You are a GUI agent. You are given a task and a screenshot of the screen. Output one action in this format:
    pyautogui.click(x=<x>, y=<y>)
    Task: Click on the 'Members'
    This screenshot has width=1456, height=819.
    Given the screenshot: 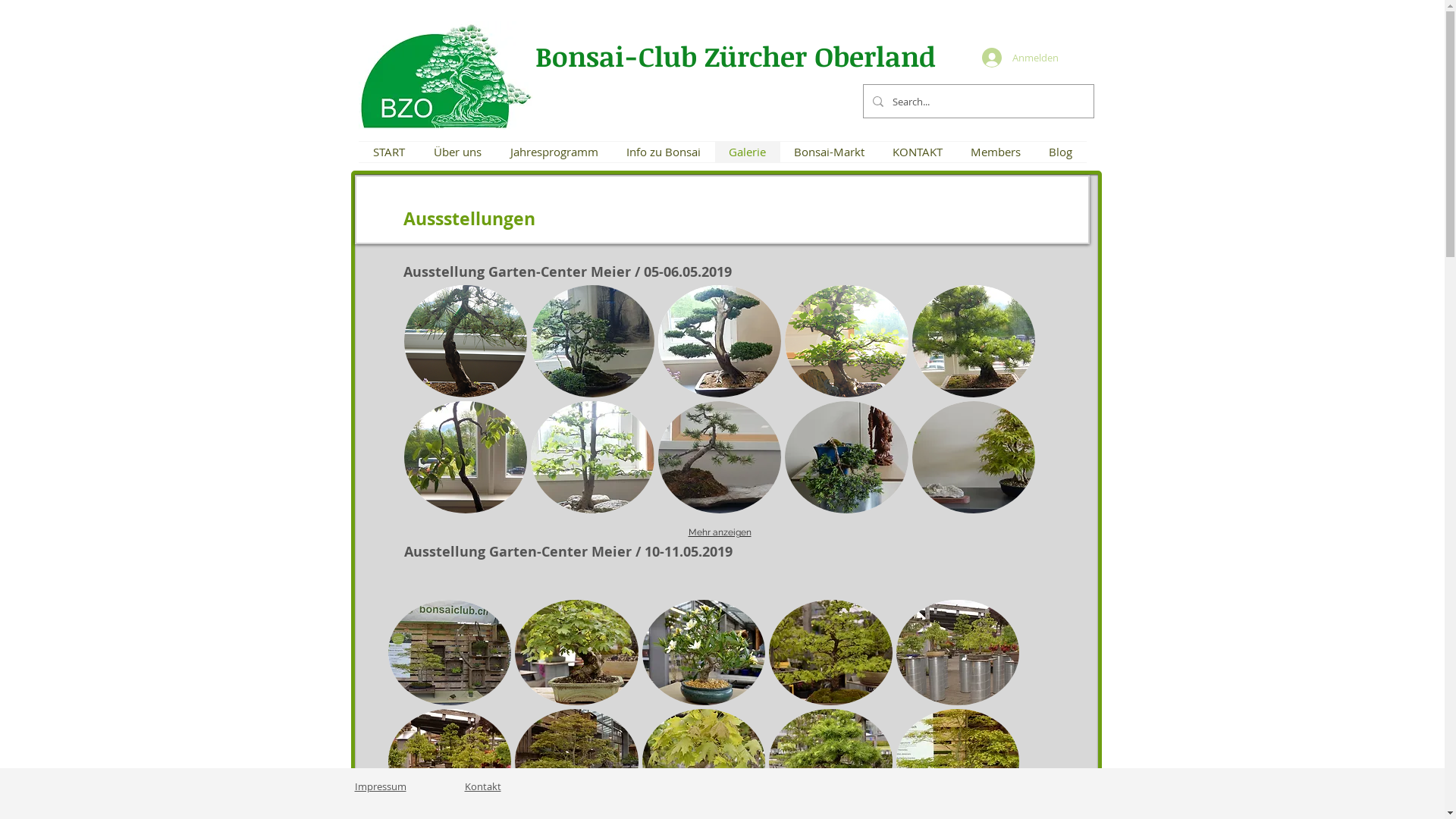 What is the action you would take?
    pyautogui.click(x=996, y=152)
    